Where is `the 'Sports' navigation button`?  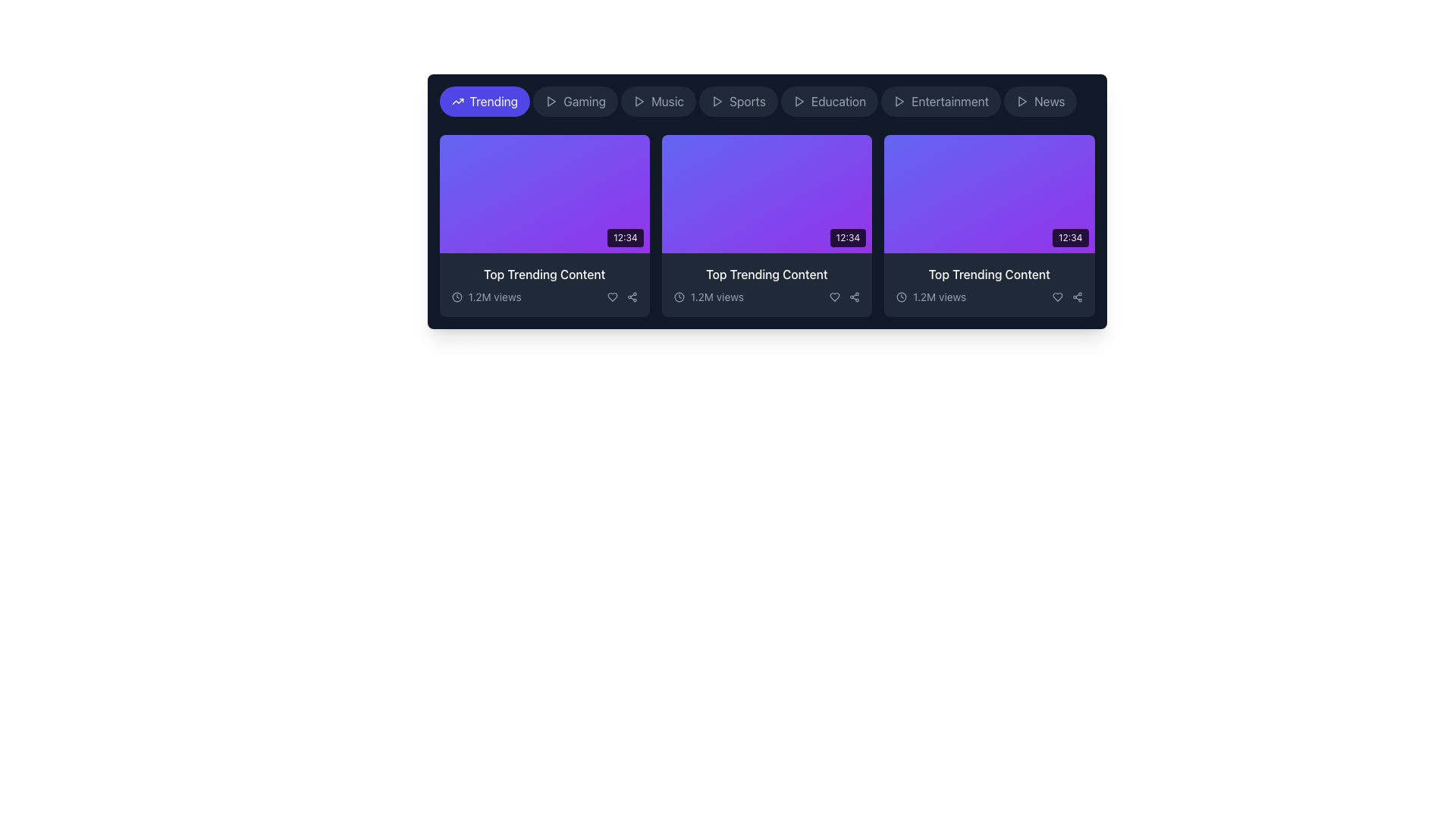
the 'Sports' navigation button is located at coordinates (767, 102).